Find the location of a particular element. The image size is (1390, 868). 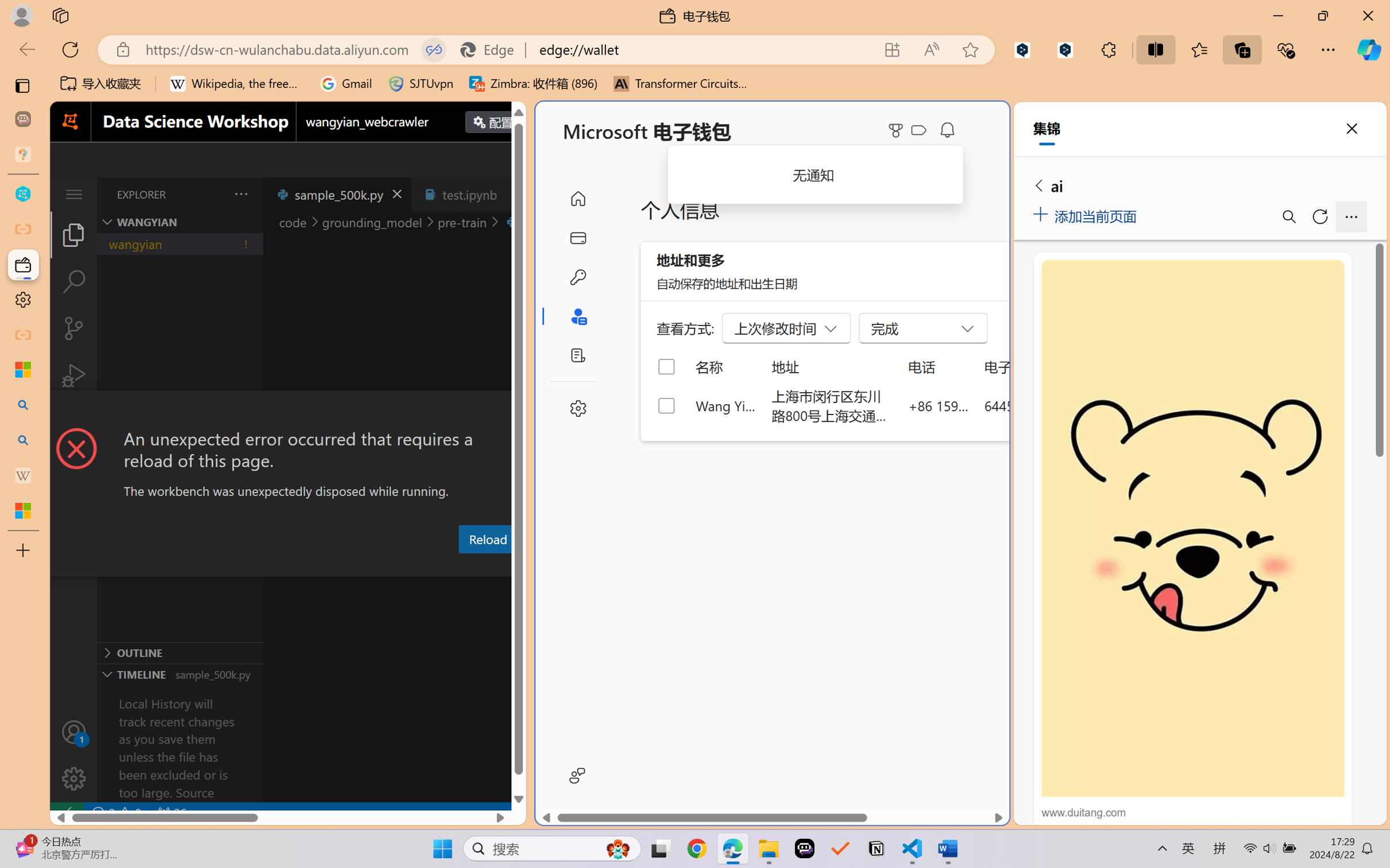

'Reload' is located at coordinates (486, 538).